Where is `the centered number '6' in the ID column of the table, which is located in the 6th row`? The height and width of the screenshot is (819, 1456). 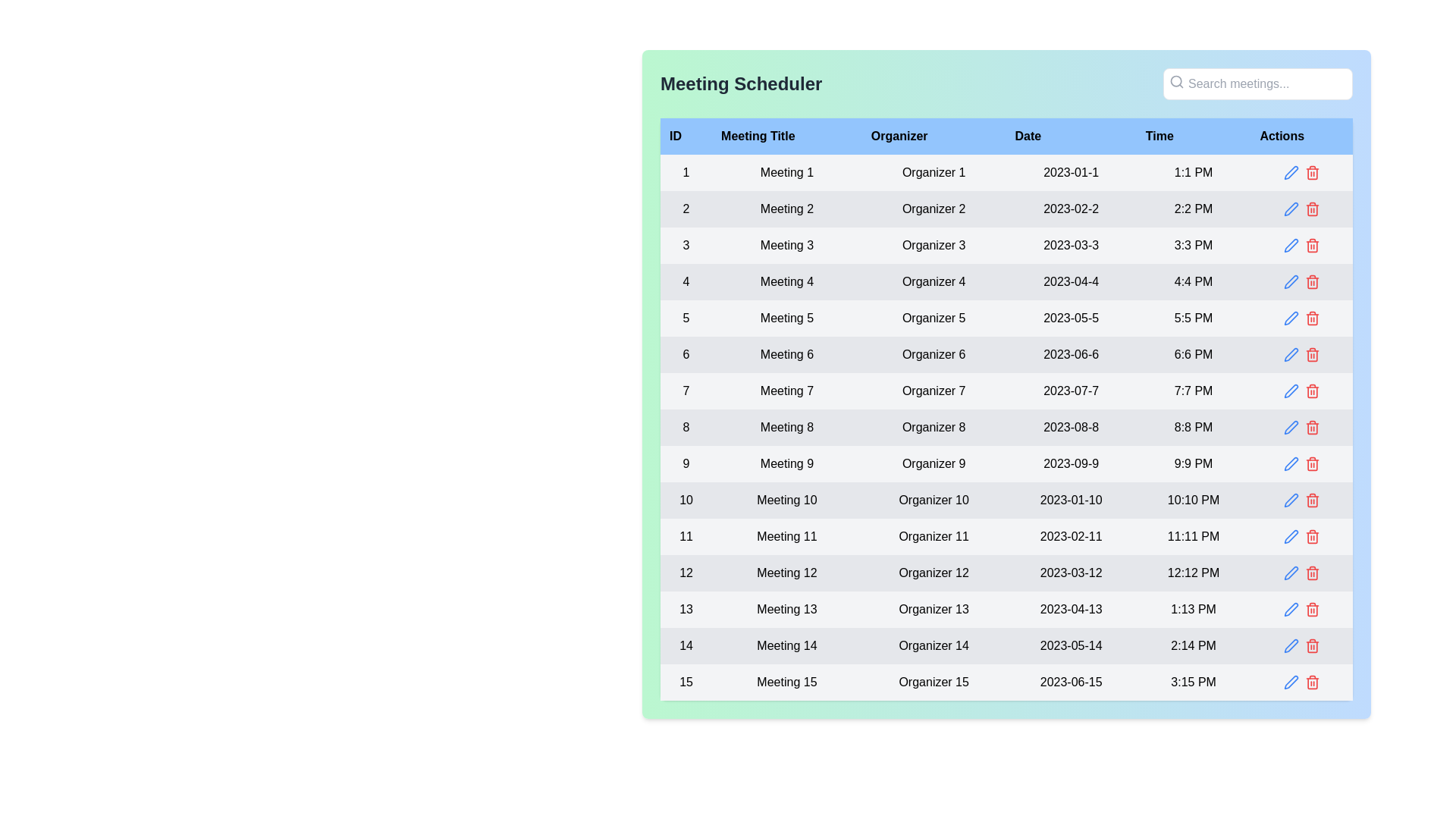
the centered number '6' in the ID column of the table, which is located in the 6th row is located at coordinates (686, 354).